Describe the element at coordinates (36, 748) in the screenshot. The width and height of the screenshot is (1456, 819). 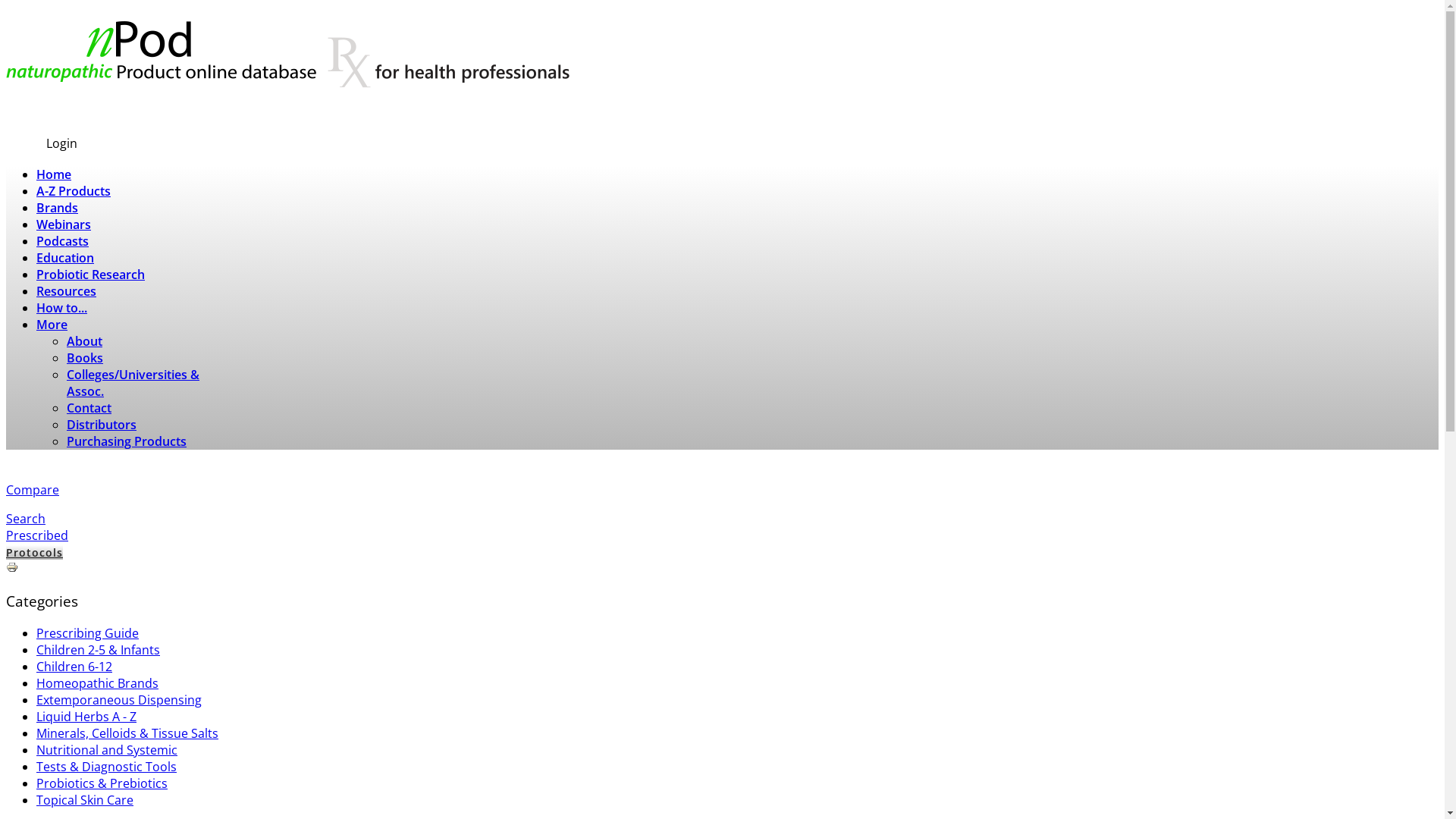
I see `'Nutritional and Systemic'` at that location.